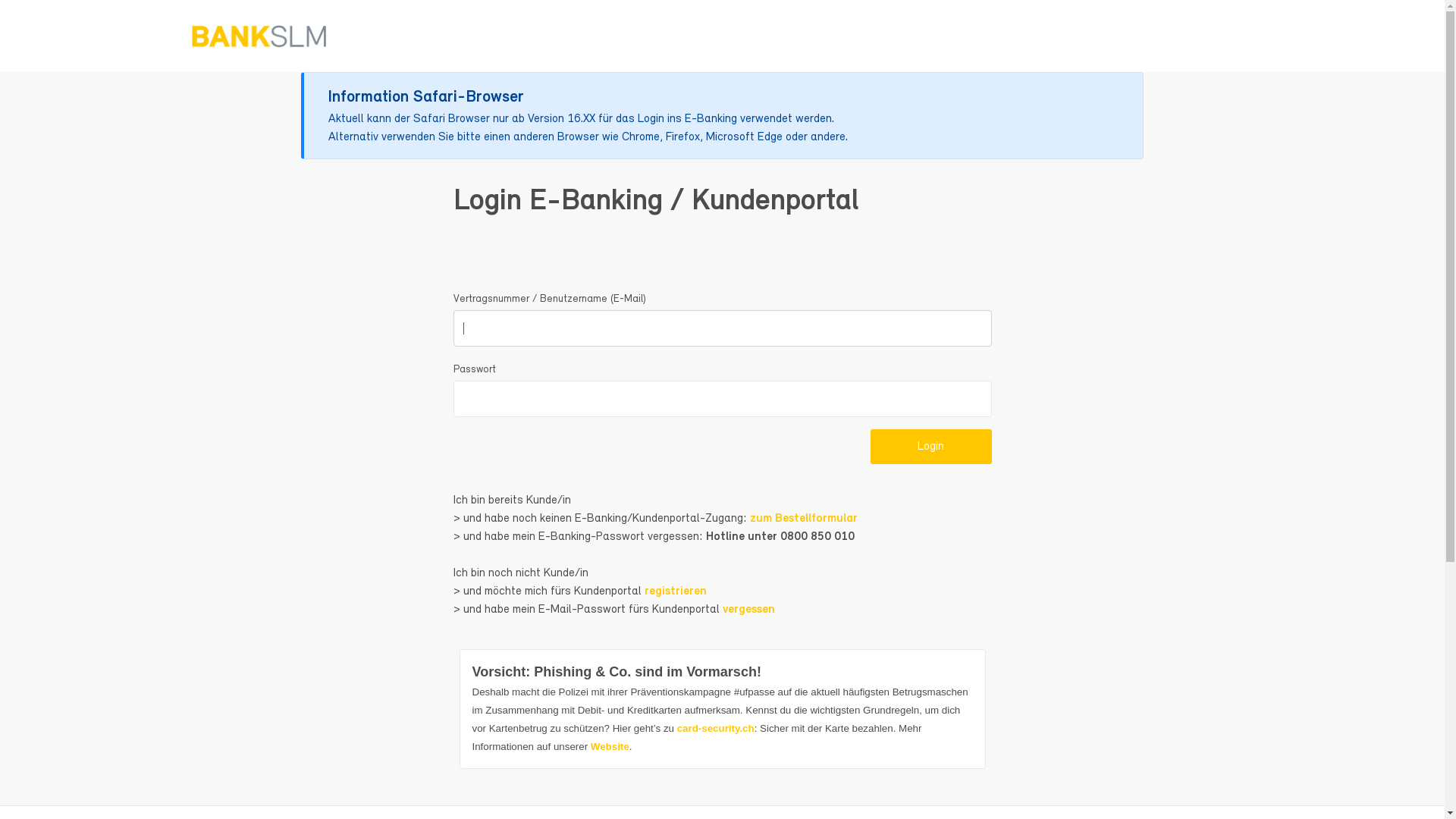 The width and height of the screenshot is (1456, 819). What do you see at coordinates (715, 727) in the screenshot?
I see `'card-security.ch'` at bounding box center [715, 727].